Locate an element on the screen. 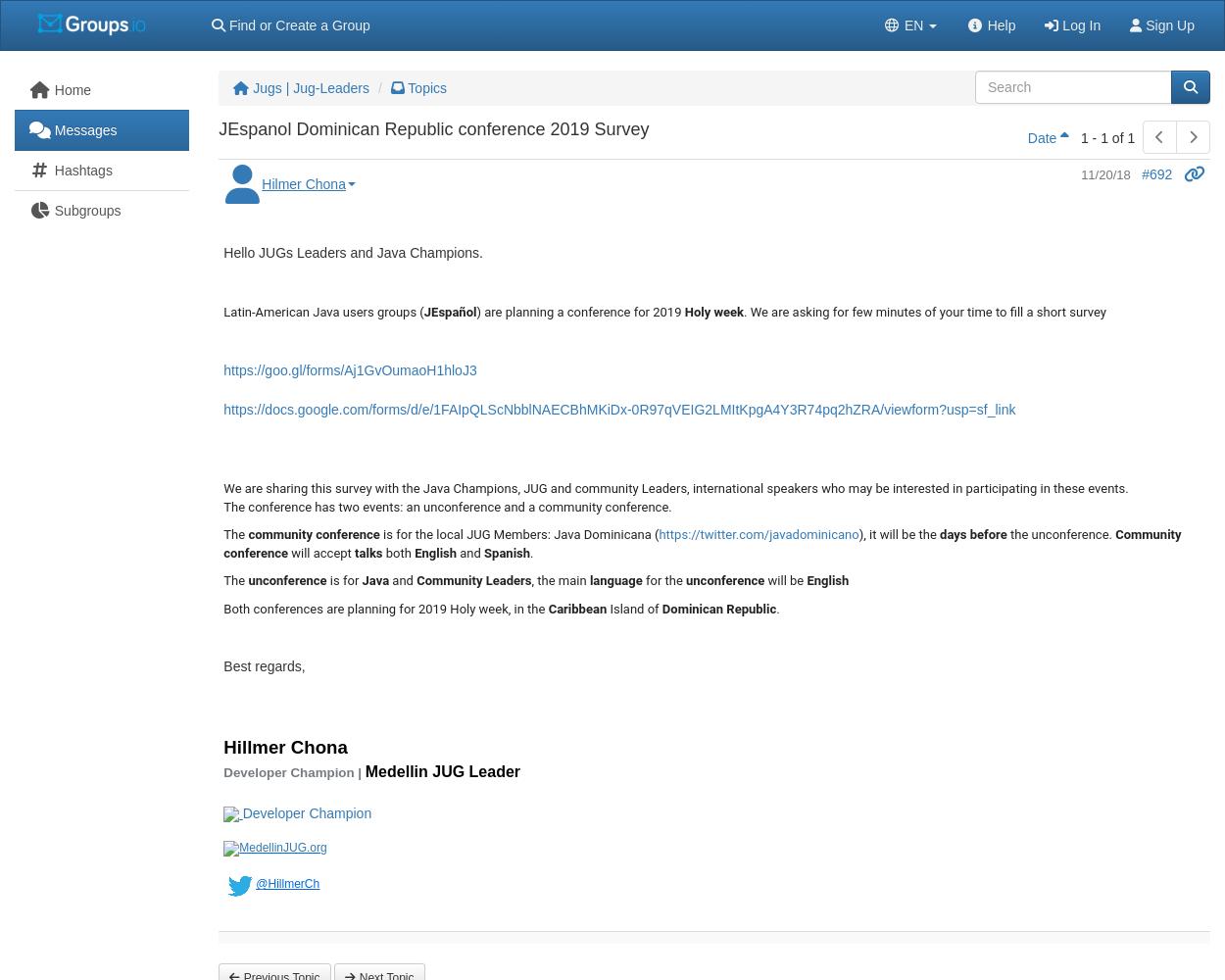  'Community Leaders' is located at coordinates (472, 579).